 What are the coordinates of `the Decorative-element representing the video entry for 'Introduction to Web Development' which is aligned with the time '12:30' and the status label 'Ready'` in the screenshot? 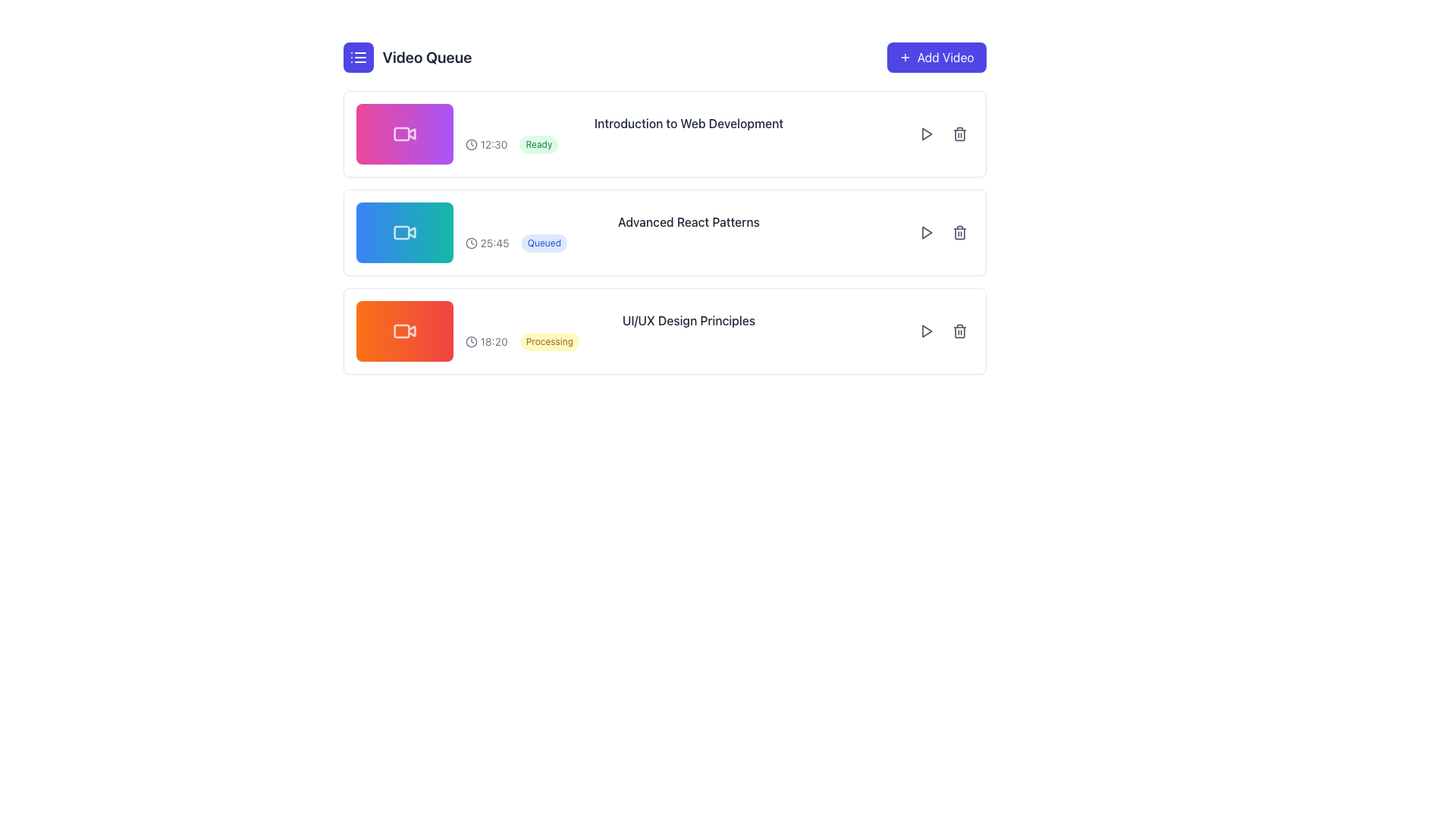 It's located at (404, 133).